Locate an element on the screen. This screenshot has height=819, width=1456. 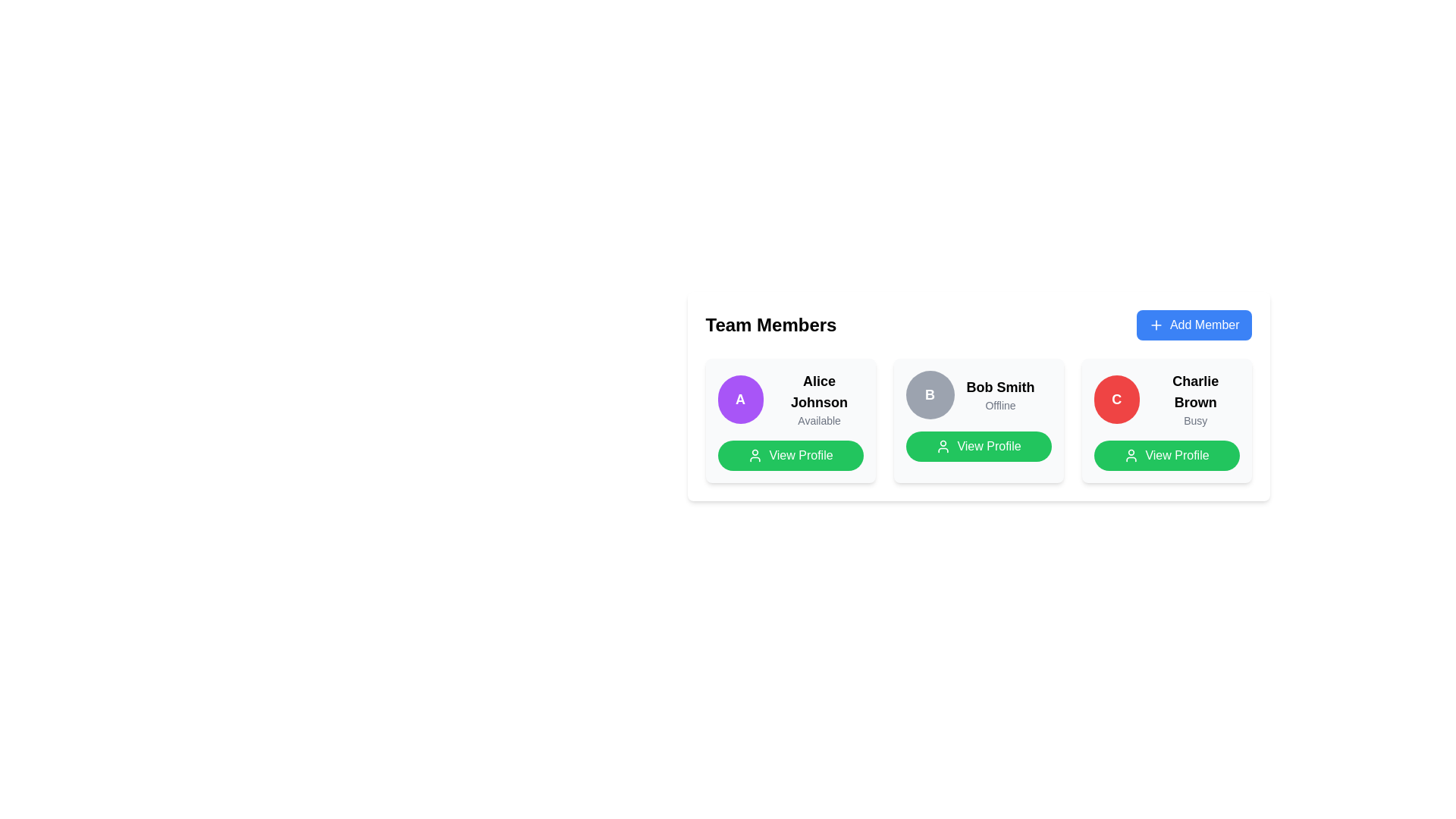
the circular button with a red background and a white letter 'C' for the profile image of 'Charlie Brown' located on the rightmost profile card in the grid layout is located at coordinates (1116, 399).